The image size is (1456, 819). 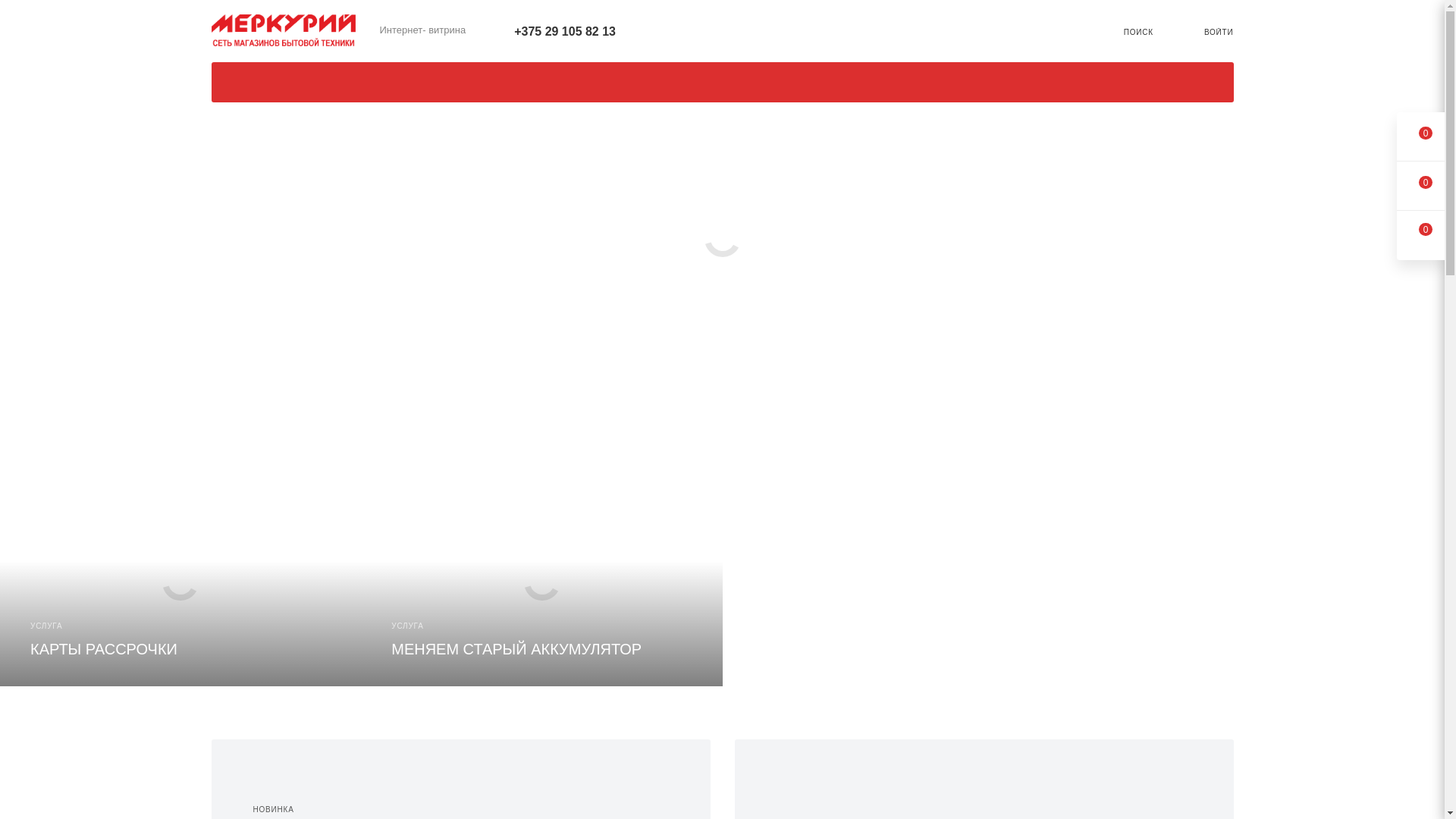 I want to click on '+375 29 105 82 13', so click(x=563, y=30).